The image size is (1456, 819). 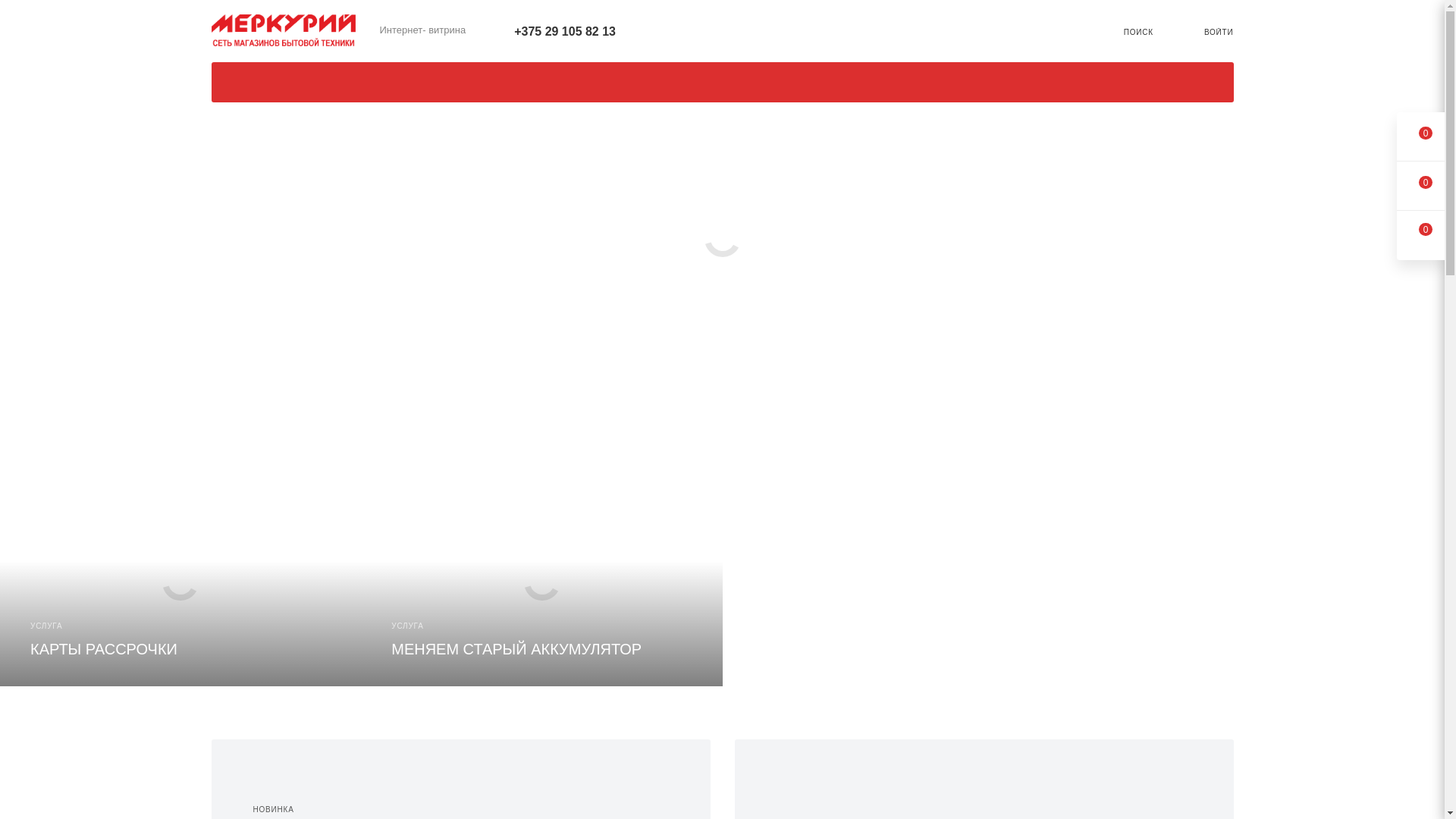 I want to click on '+375 29 105 82 13', so click(x=563, y=30).